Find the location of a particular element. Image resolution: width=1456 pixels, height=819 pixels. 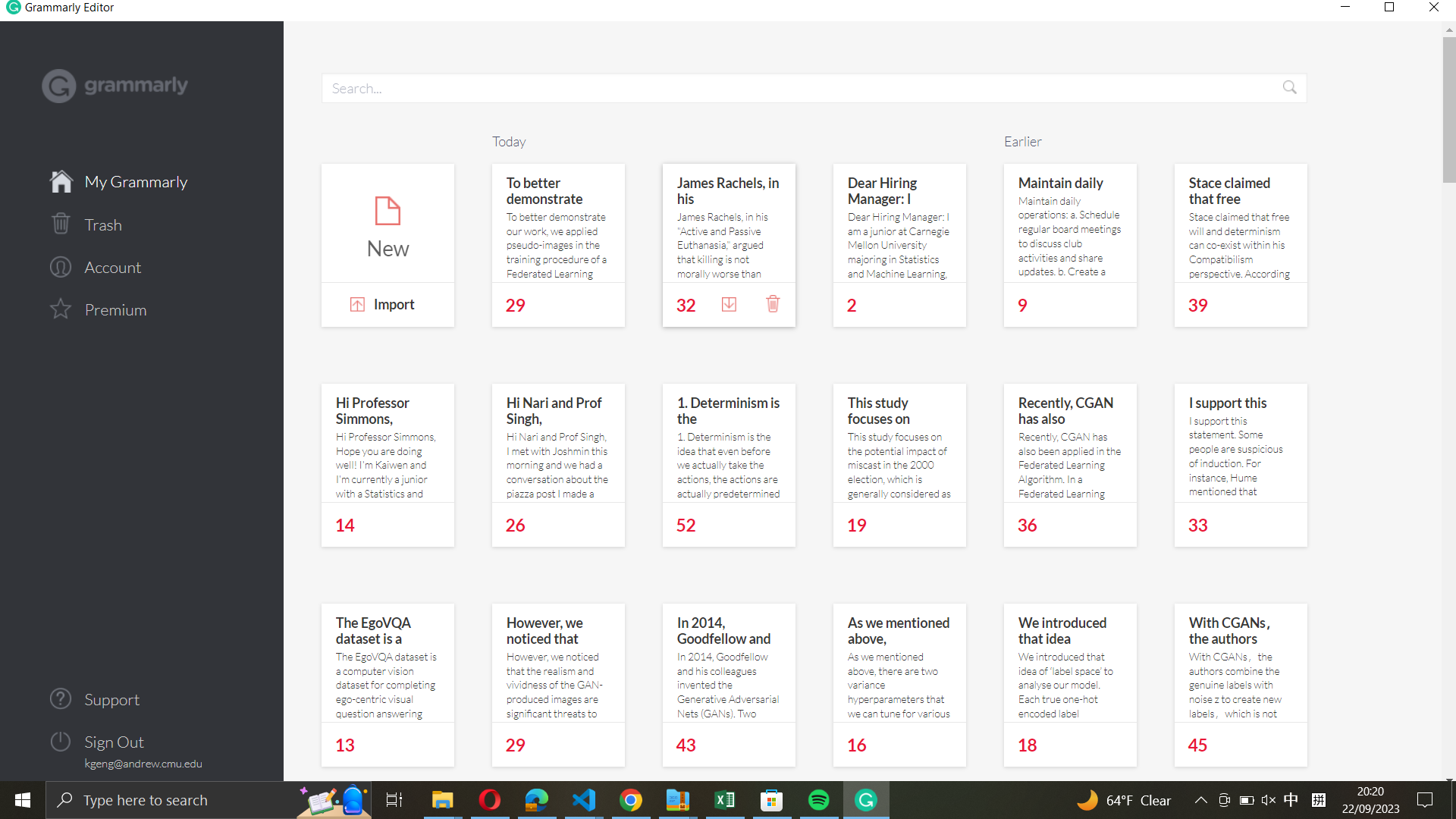

Search for documents from "Hi Nari and Prof Singh is located at coordinates (799, 87).